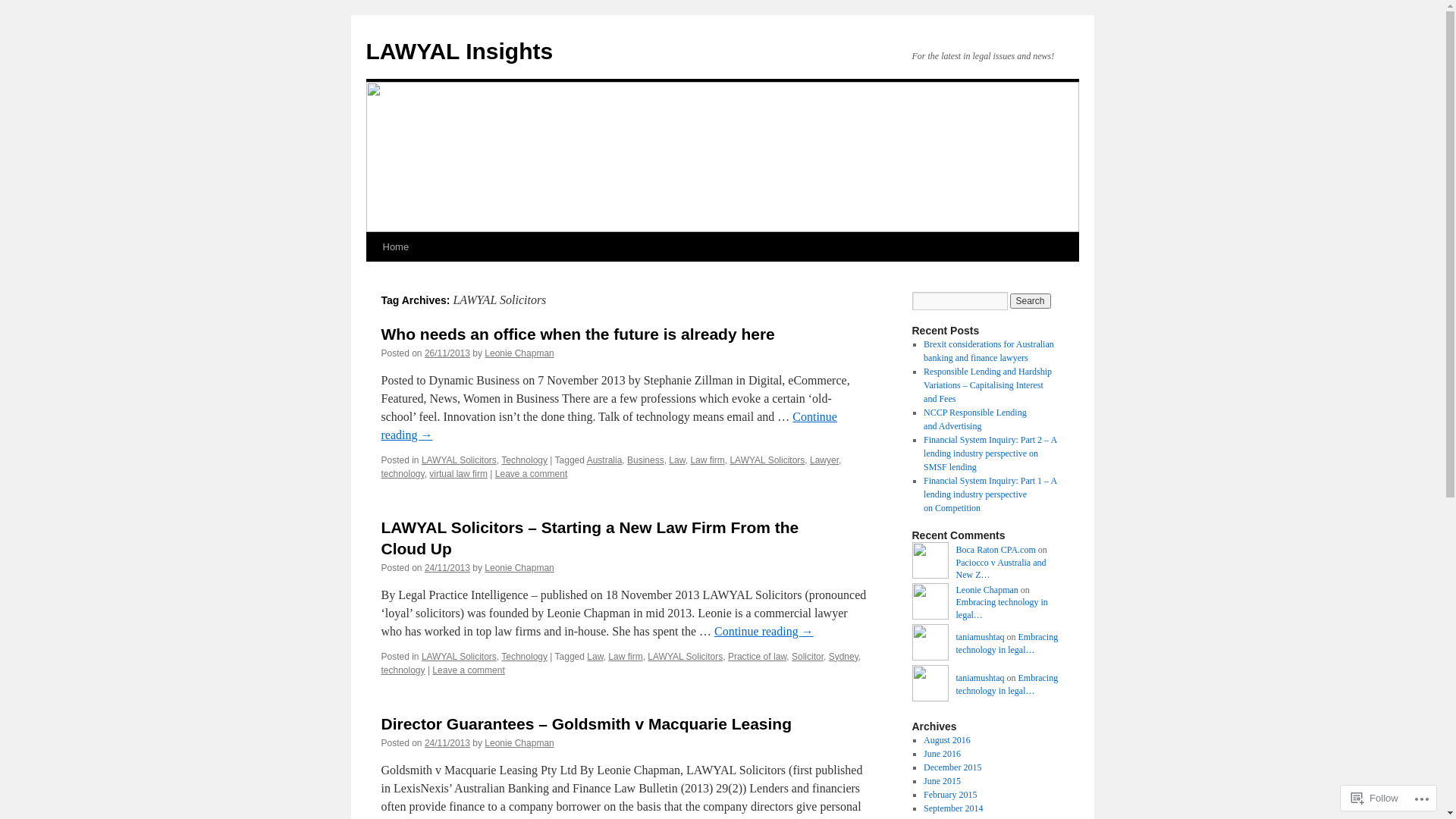 The image size is (1456, 819). Describe the element at coordinates (952, 807) in the screenshot. I see `'September 2014'` at that location.